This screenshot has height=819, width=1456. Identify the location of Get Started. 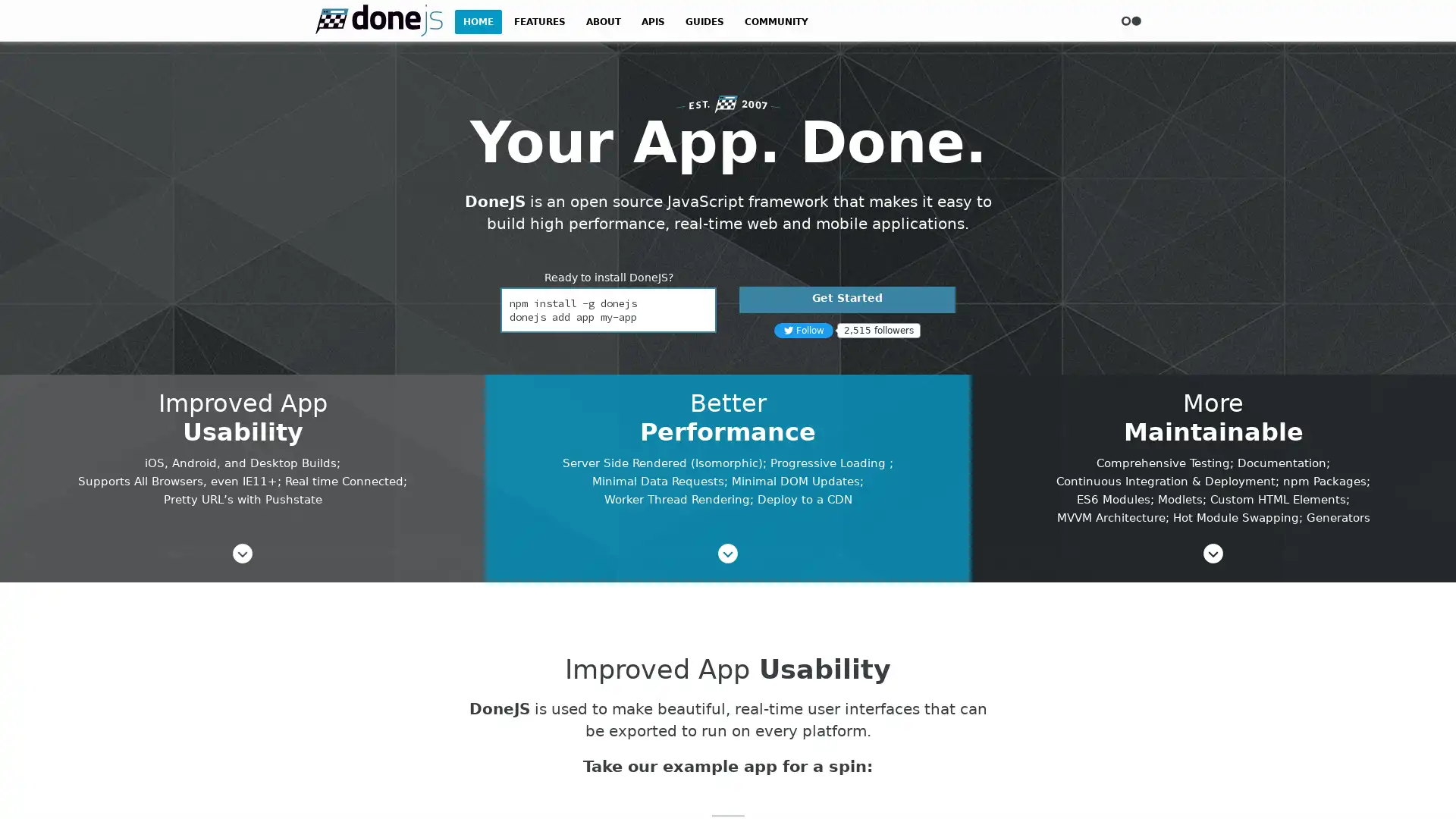
(846, 300).